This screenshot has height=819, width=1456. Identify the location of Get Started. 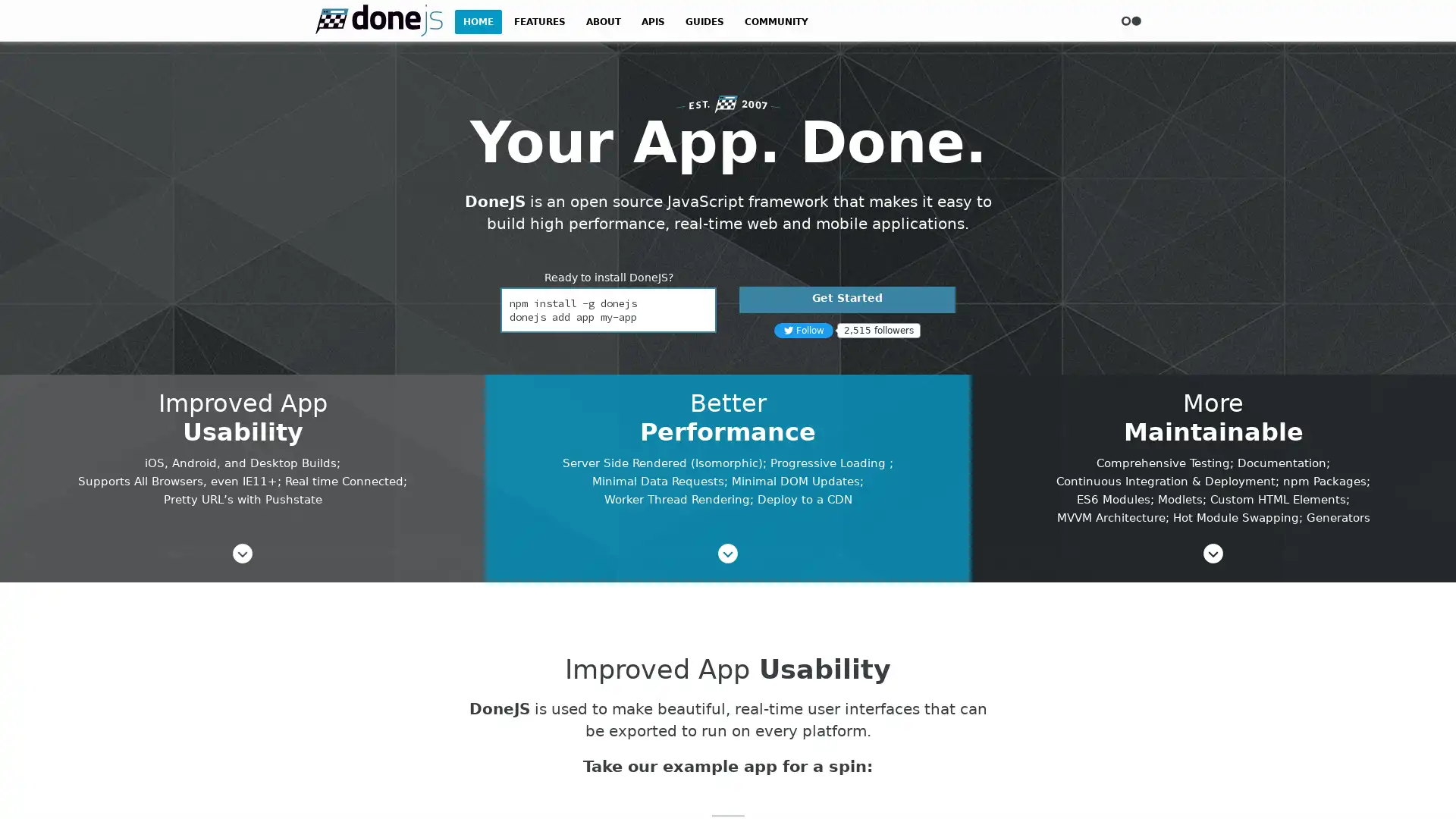
(846, 300).